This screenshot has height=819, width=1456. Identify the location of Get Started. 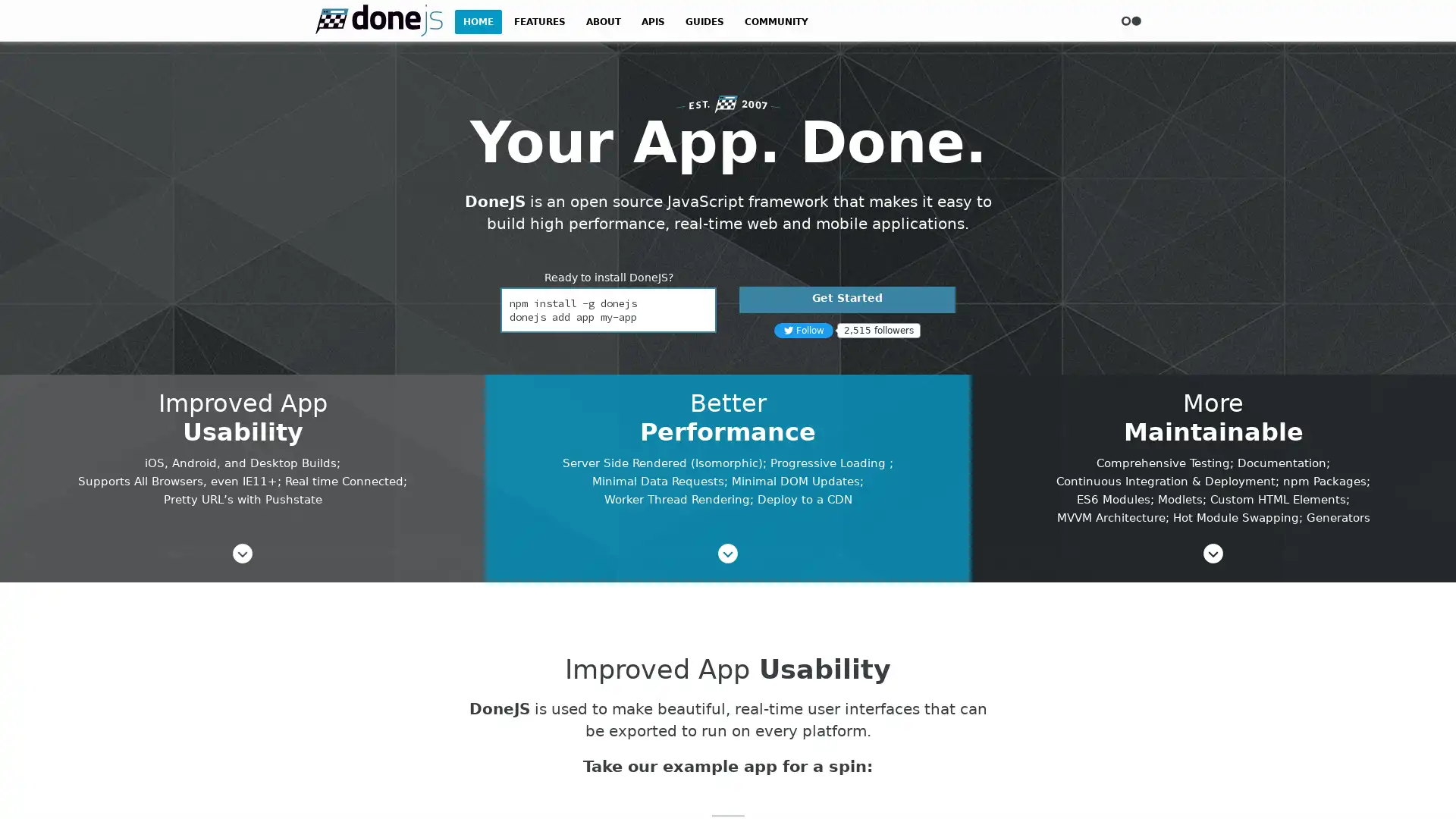
(846, 300).